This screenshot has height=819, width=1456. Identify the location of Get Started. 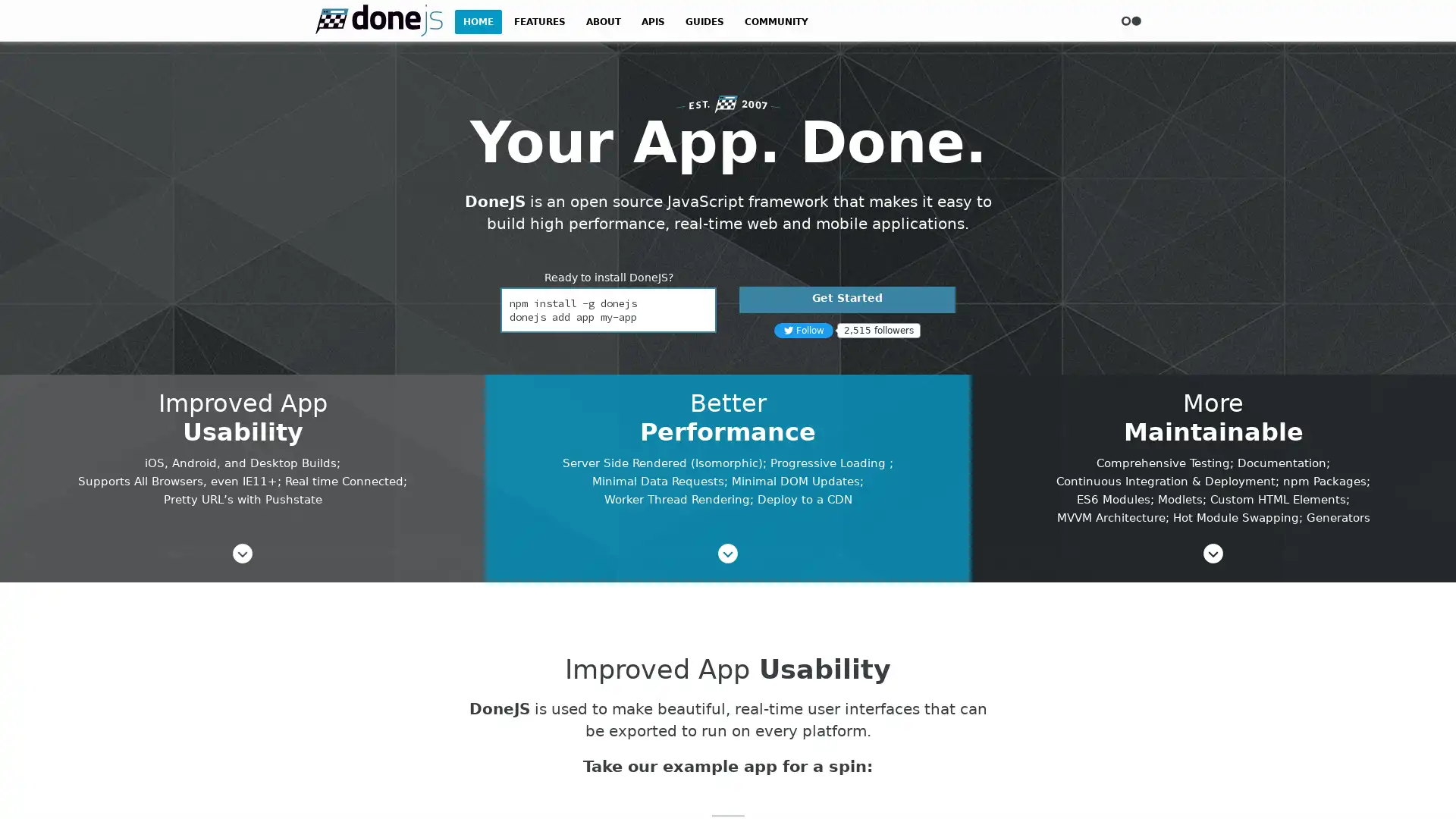
(846, 300).